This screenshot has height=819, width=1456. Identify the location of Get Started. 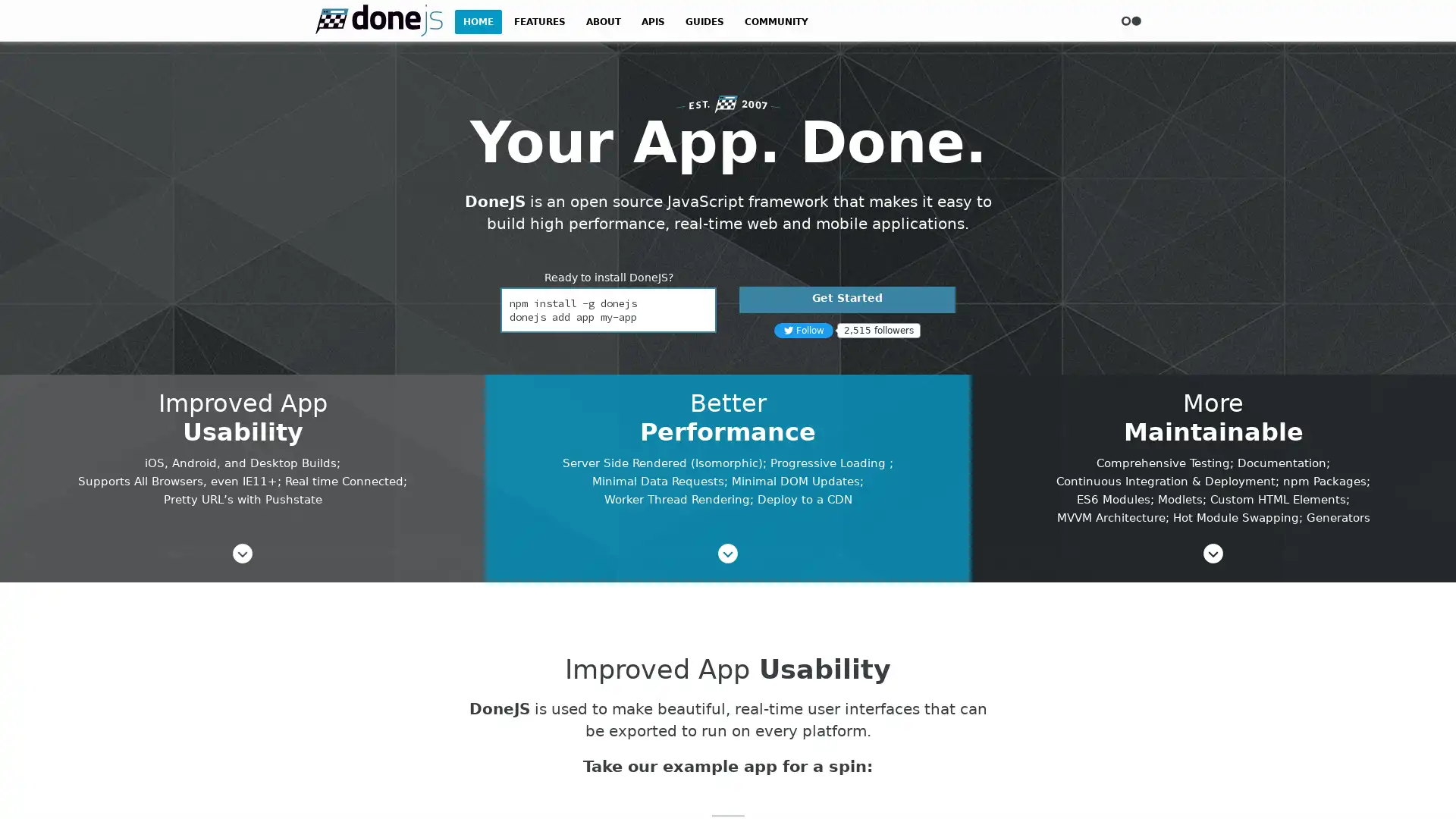
(846, 300).